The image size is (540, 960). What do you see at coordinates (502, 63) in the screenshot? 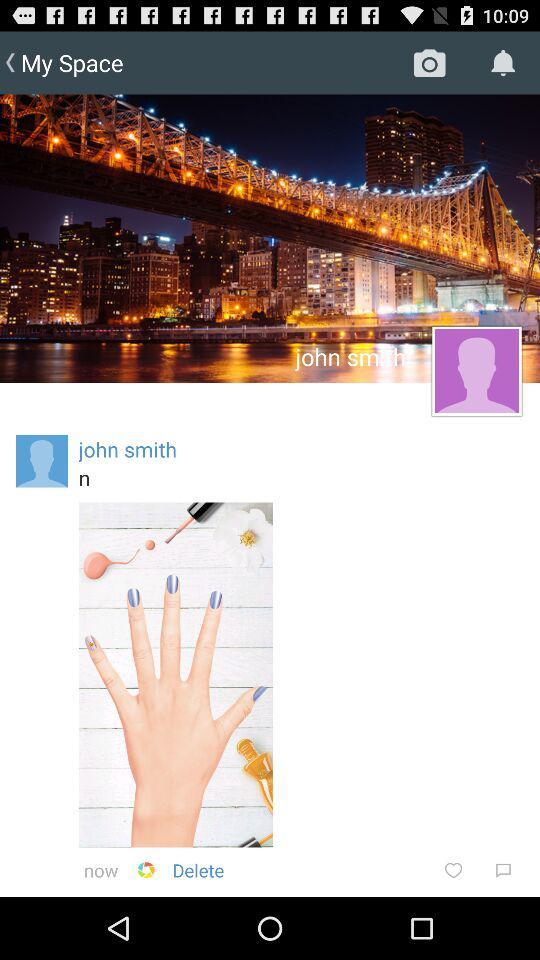
I see `the notification icon` at bounding box center [502, 63].